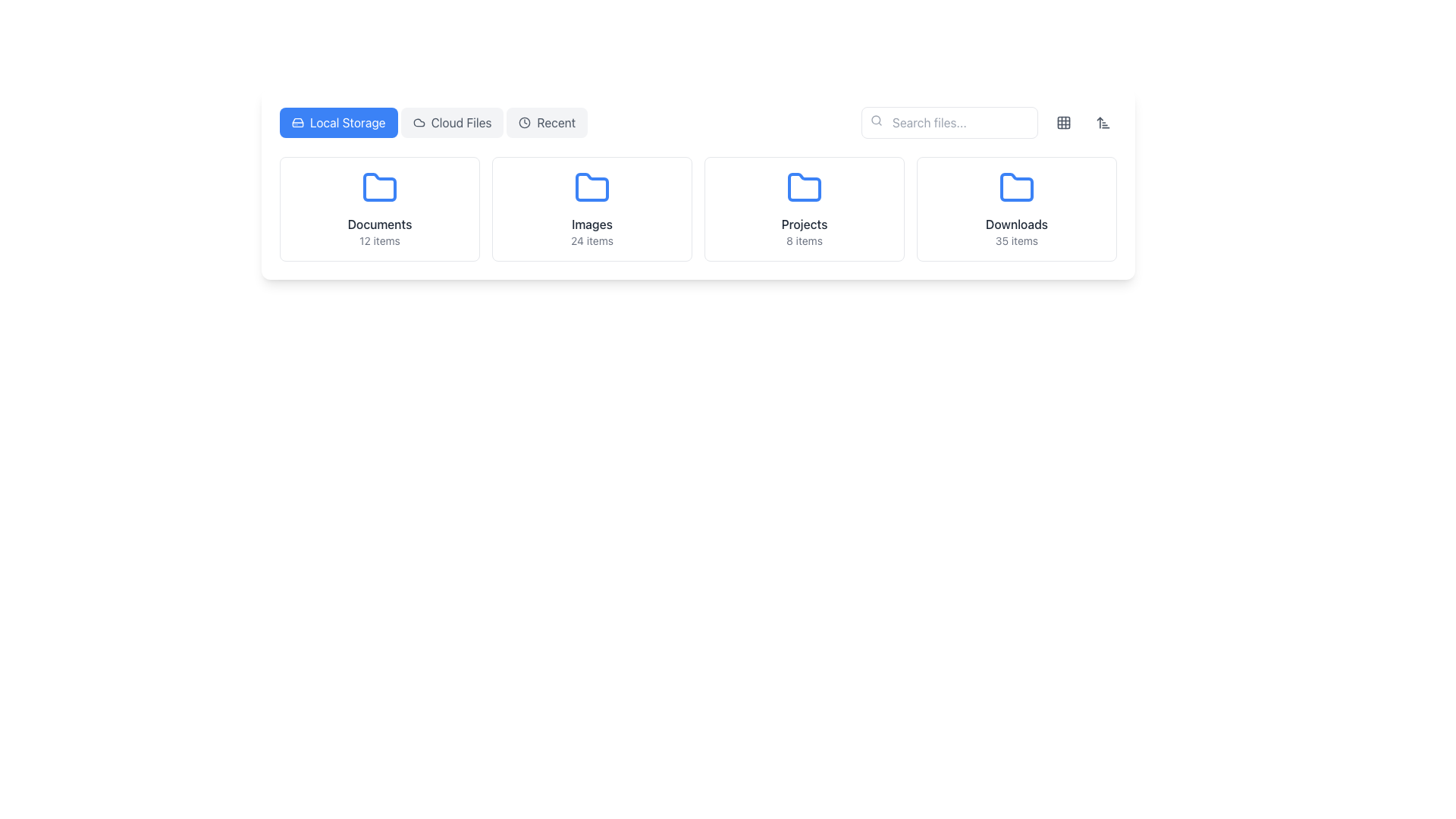  Describe the element at coordinates (1016, 186) in the screenshot. I see `the bright blue folder icon, which is the fourth in a row of folder icons` at that location.